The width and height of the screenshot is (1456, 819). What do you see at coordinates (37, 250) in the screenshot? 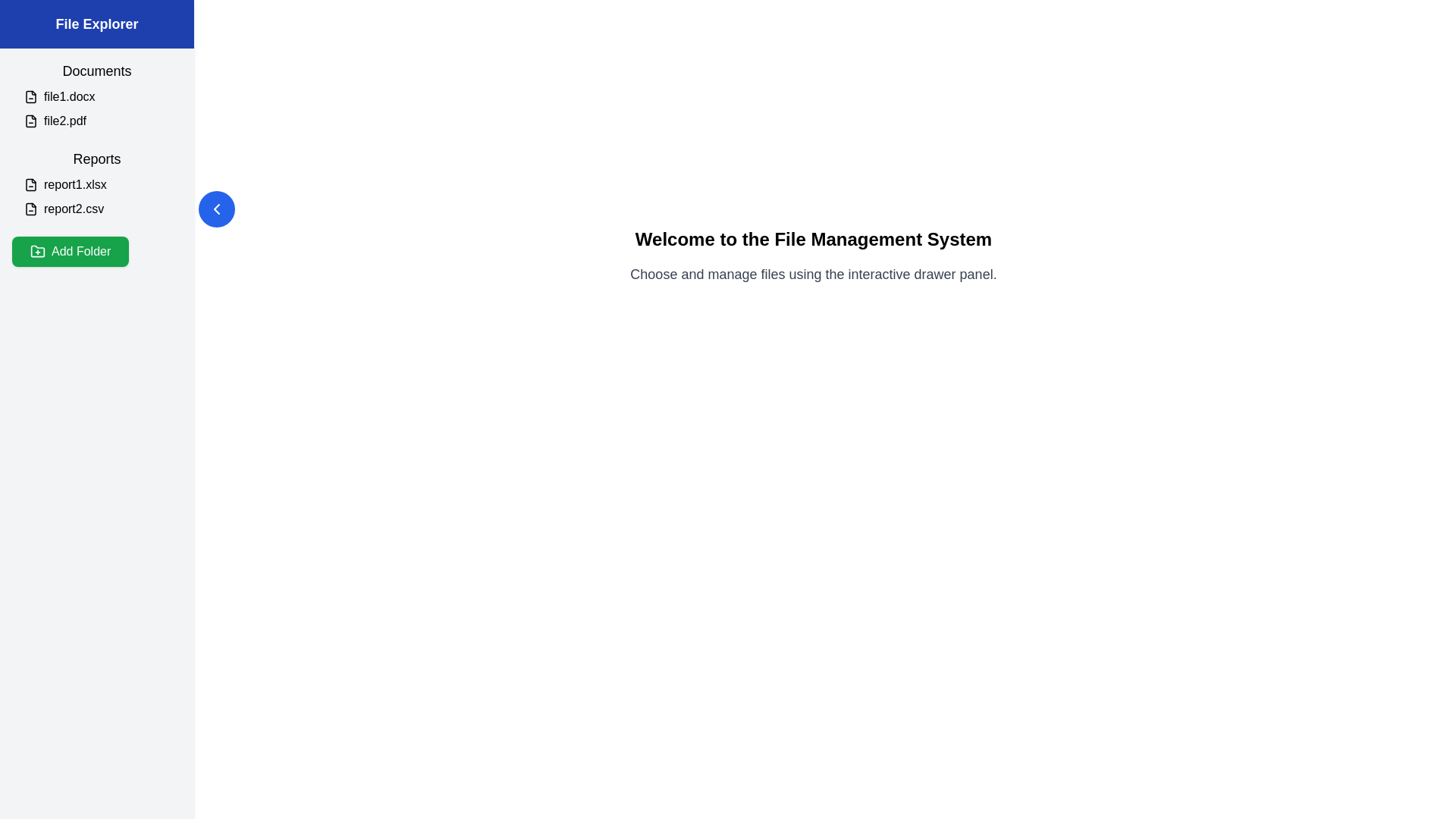
I see `the outlined folder icon with a plus sign inside it, which is located to the left of the 'Add Folder' text within a green button in the left sidebar` at bounding box center [37, 250].